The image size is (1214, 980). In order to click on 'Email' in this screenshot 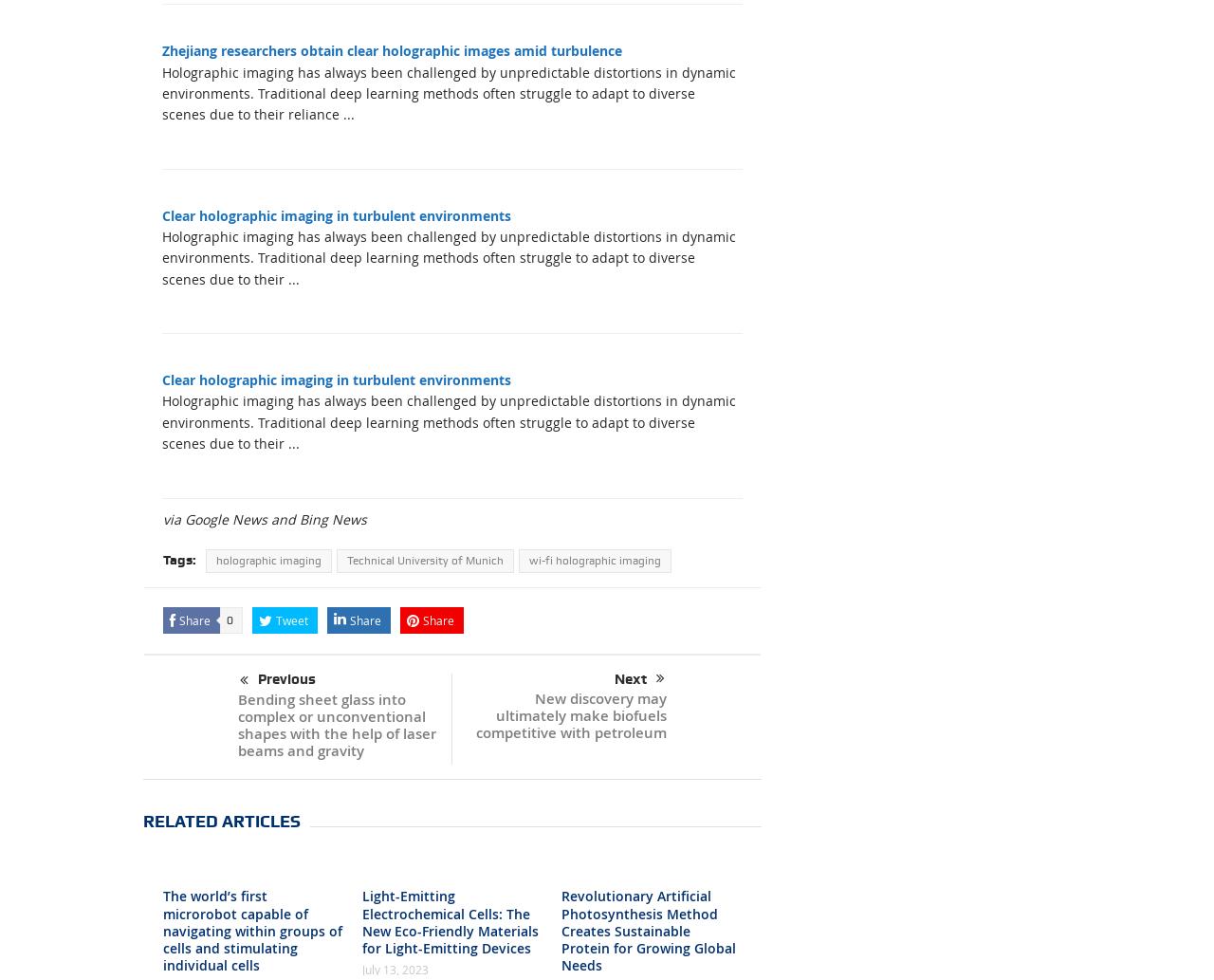, I will do `click(350, 563)`.